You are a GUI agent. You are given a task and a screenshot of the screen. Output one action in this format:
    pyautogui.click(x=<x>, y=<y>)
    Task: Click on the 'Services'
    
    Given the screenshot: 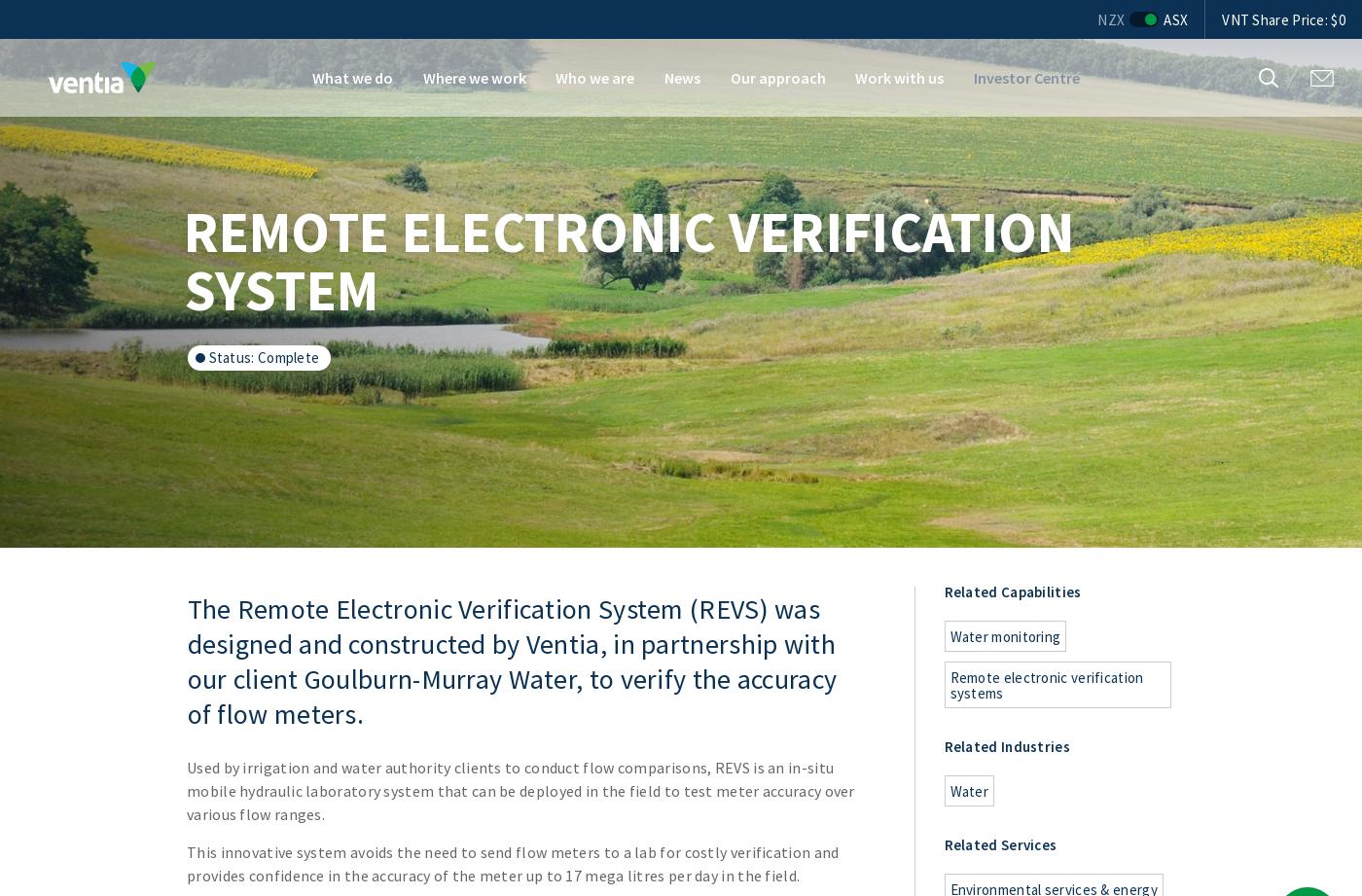 What is the action you would take?
    pyautogui.click(x=1028, y=843)
    